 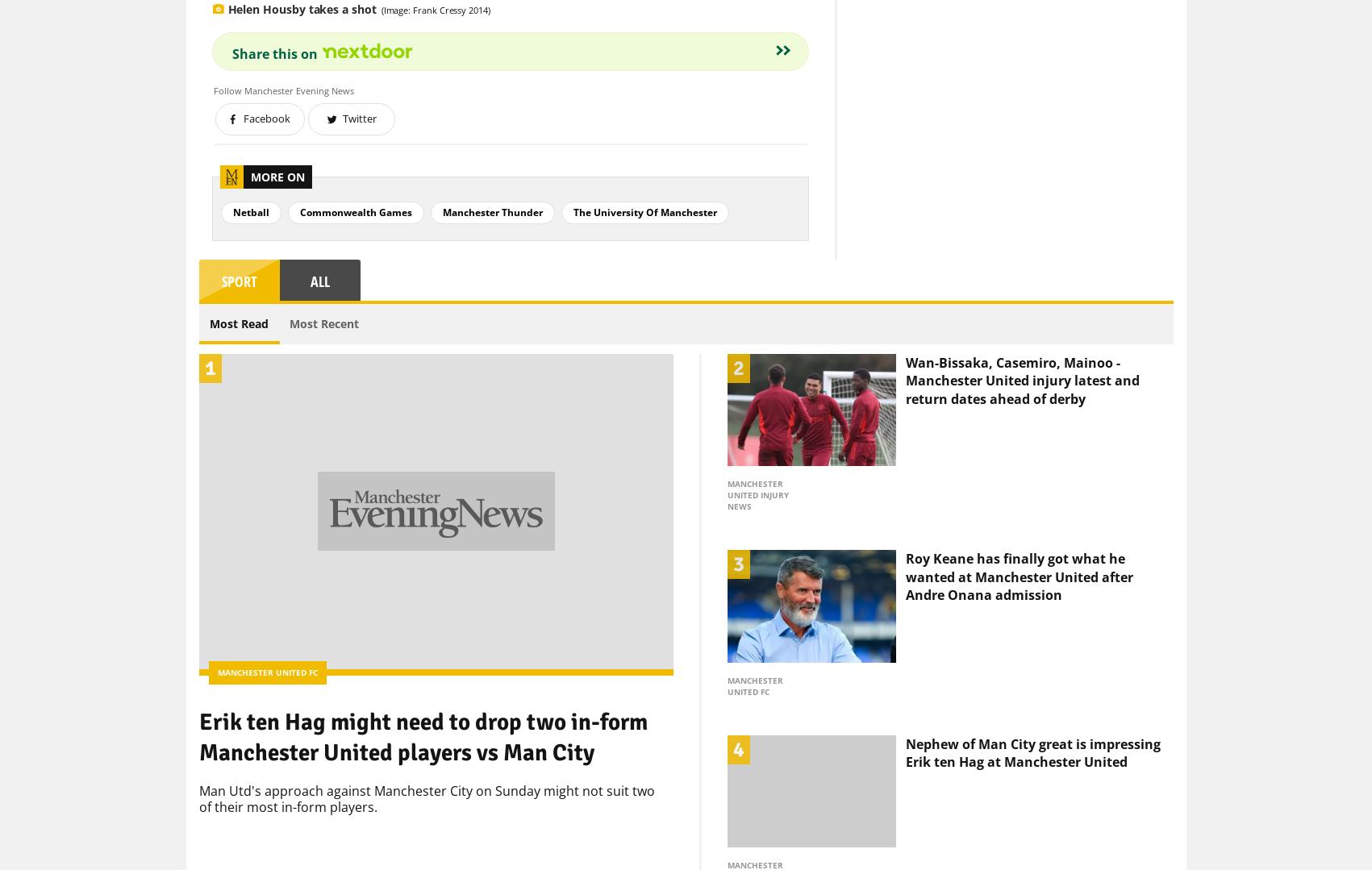 I want to click on 'Manchester Thunder', so click(x=442, y=184).